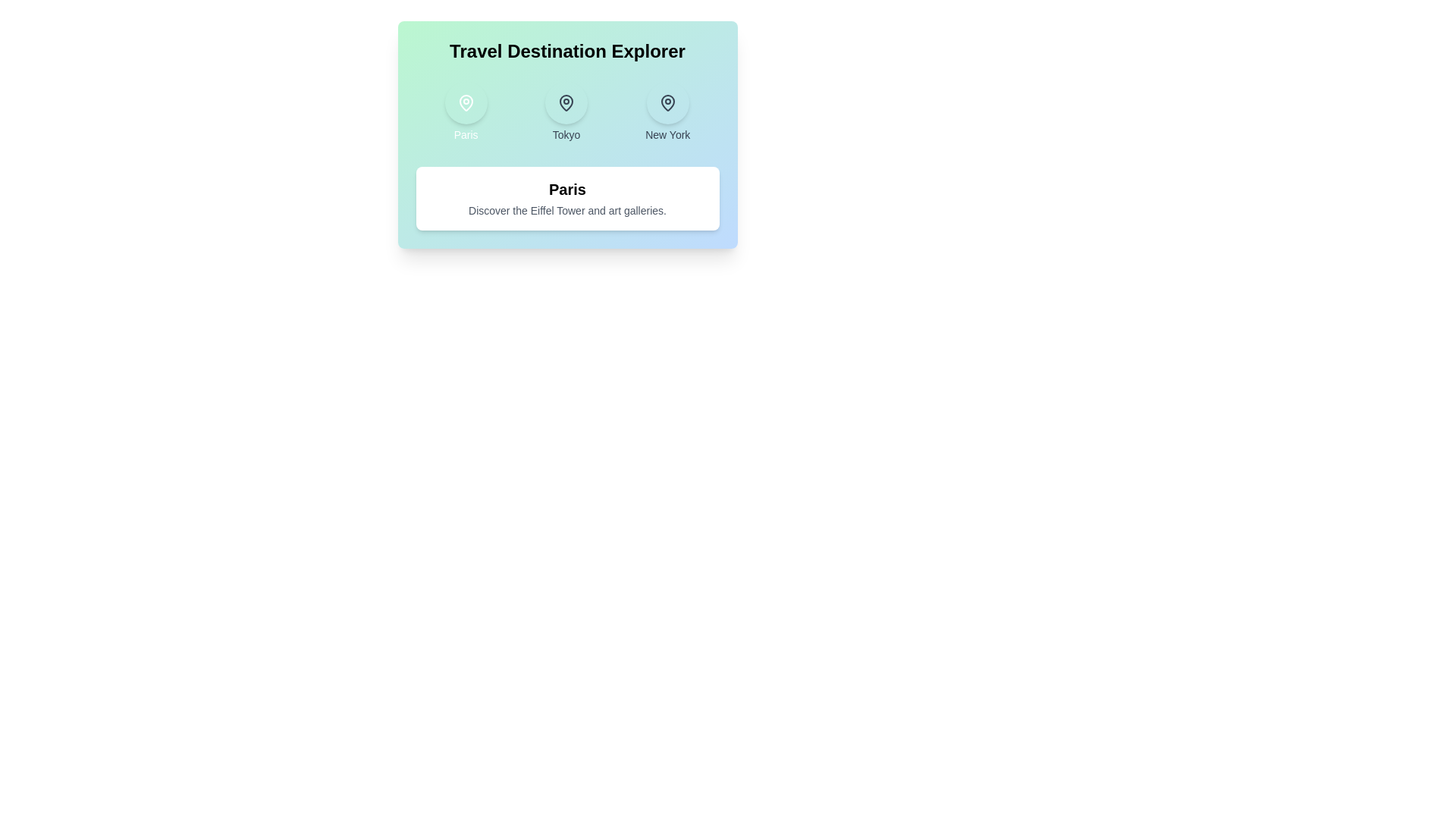 The height and width of the screenshot is (819, 1456). Describe the element at coordinates (565, 111) in the screenshot. I see `the circular button with a map pin icon labeled 'Tokyo'` at that location.